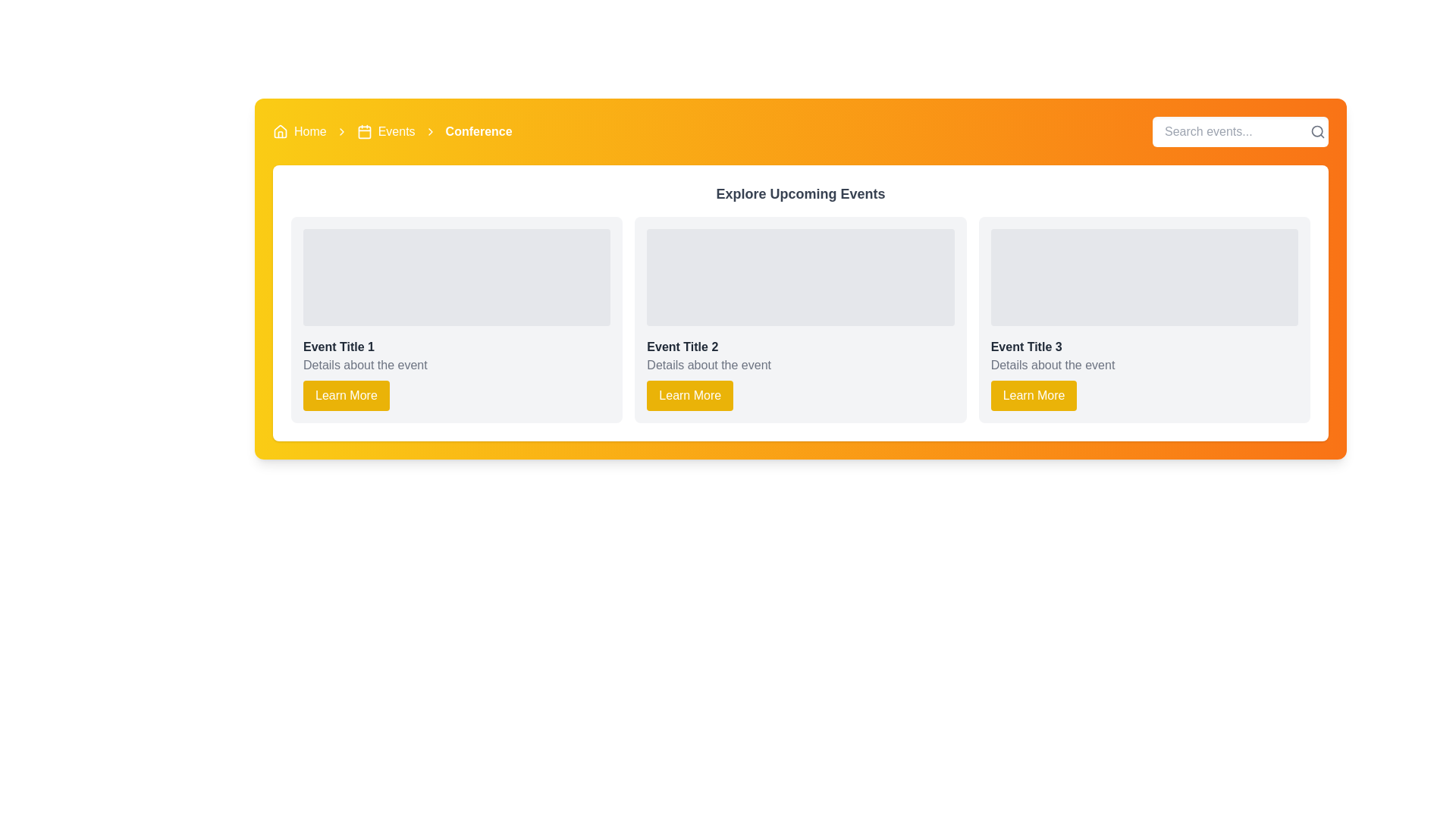  I want to click on the yellow 'Learn More' button with rounded corners located beneath the event details and title, positioned at the bottom-left of the card layout, so click(345, 394).